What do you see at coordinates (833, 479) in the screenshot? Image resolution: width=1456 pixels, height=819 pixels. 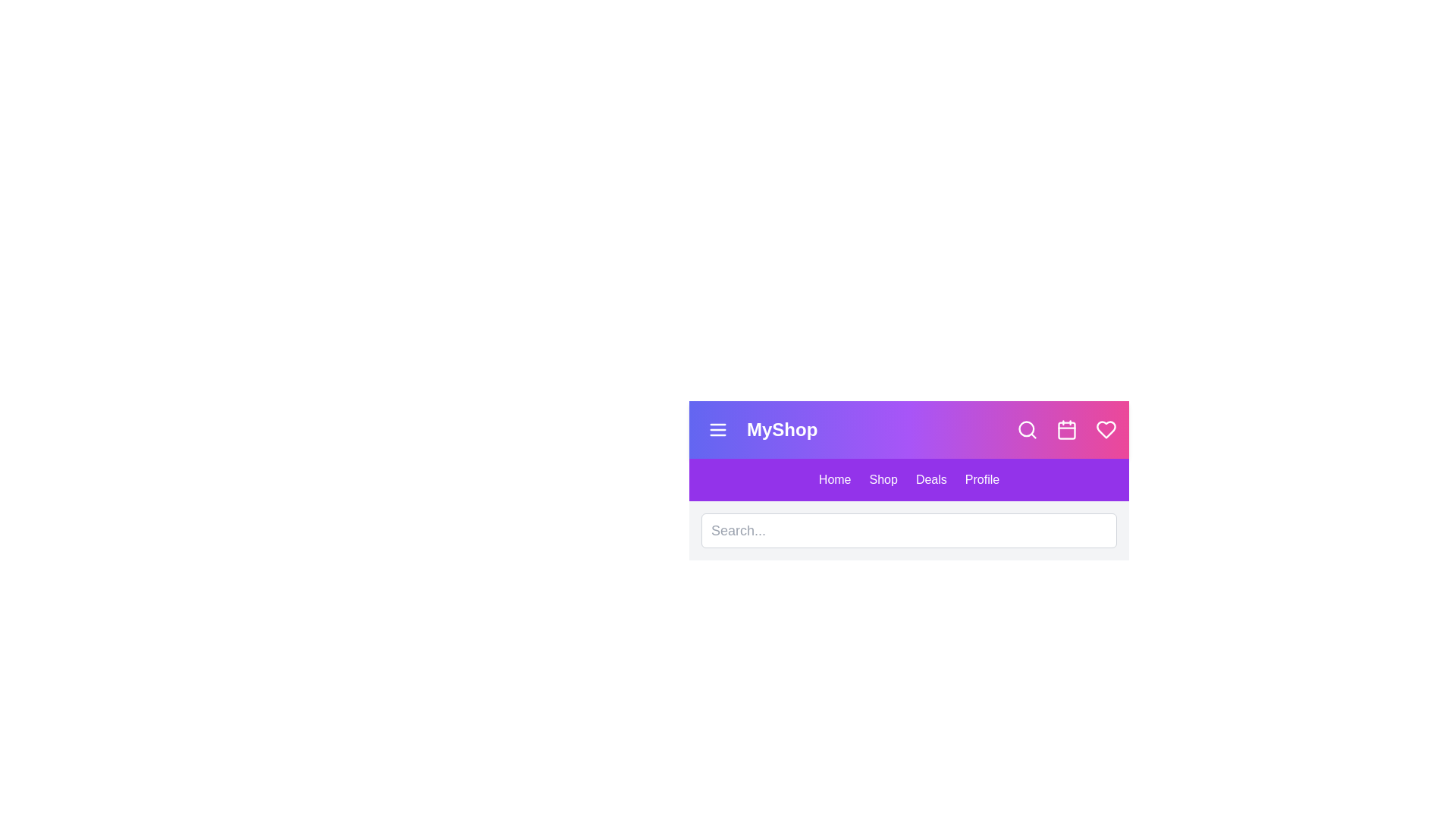 I see `the navigation link labeled Home to navigate to the corresponding section` at bounding box center [833, 479].